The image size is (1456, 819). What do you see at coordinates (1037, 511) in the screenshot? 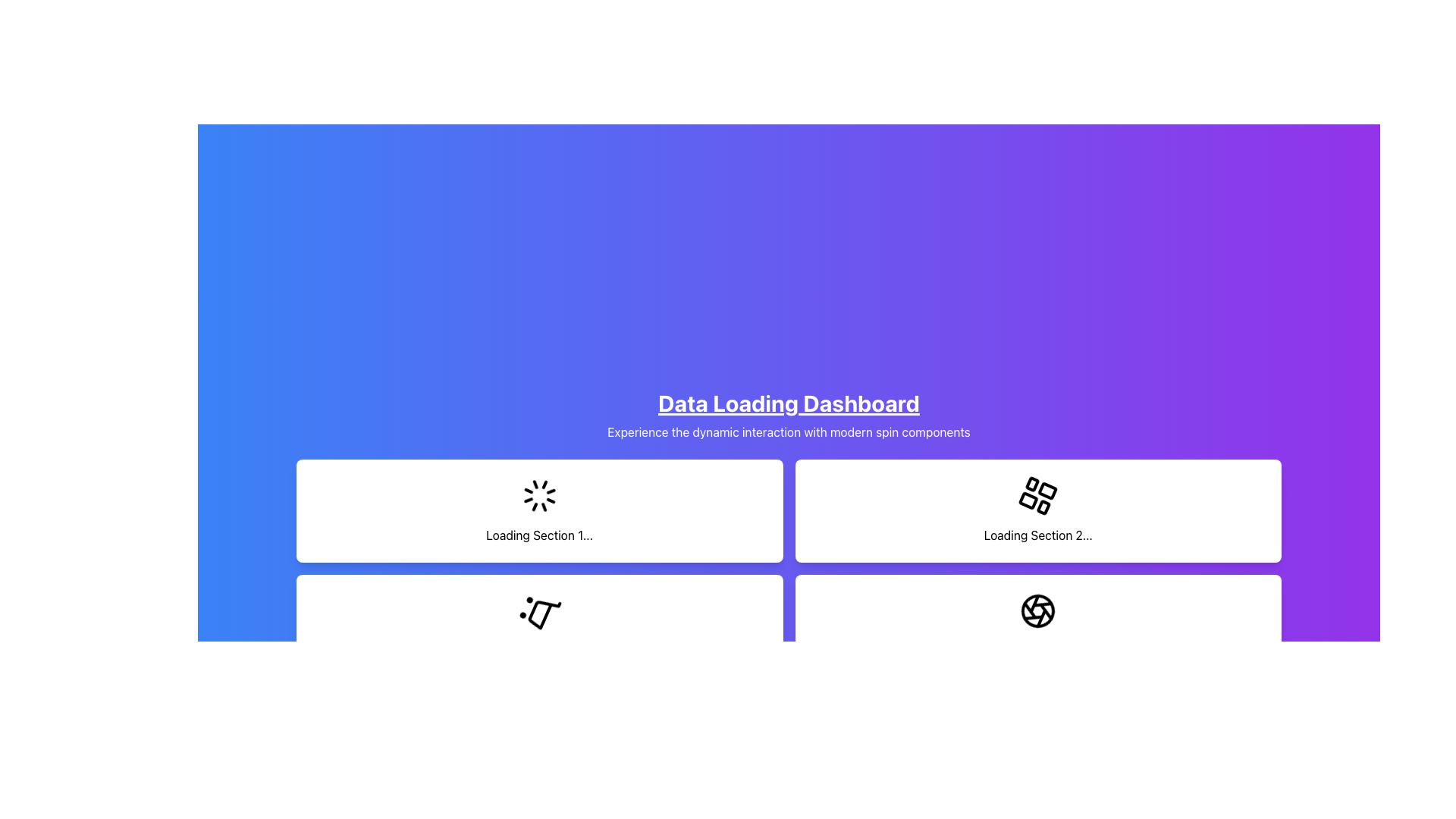
I see `text from the Informative Card displaying 'Loading Section 2...' located in the top-right quadrant of the grid layout` at bounding box center [1037, 511].